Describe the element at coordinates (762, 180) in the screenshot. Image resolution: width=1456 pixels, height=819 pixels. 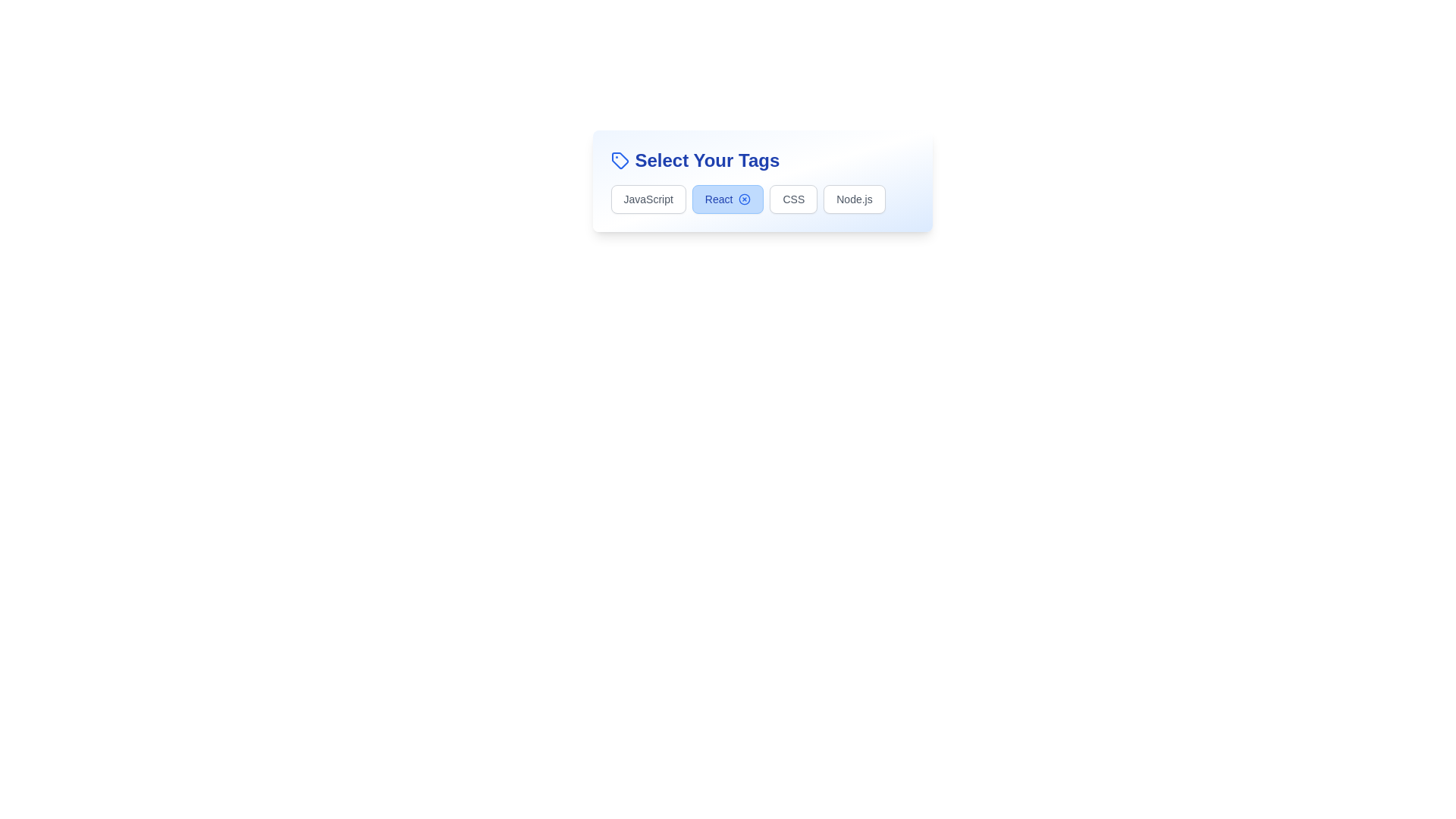
I see `the 'React' tag button with a blue background and rounded borders` at that location.